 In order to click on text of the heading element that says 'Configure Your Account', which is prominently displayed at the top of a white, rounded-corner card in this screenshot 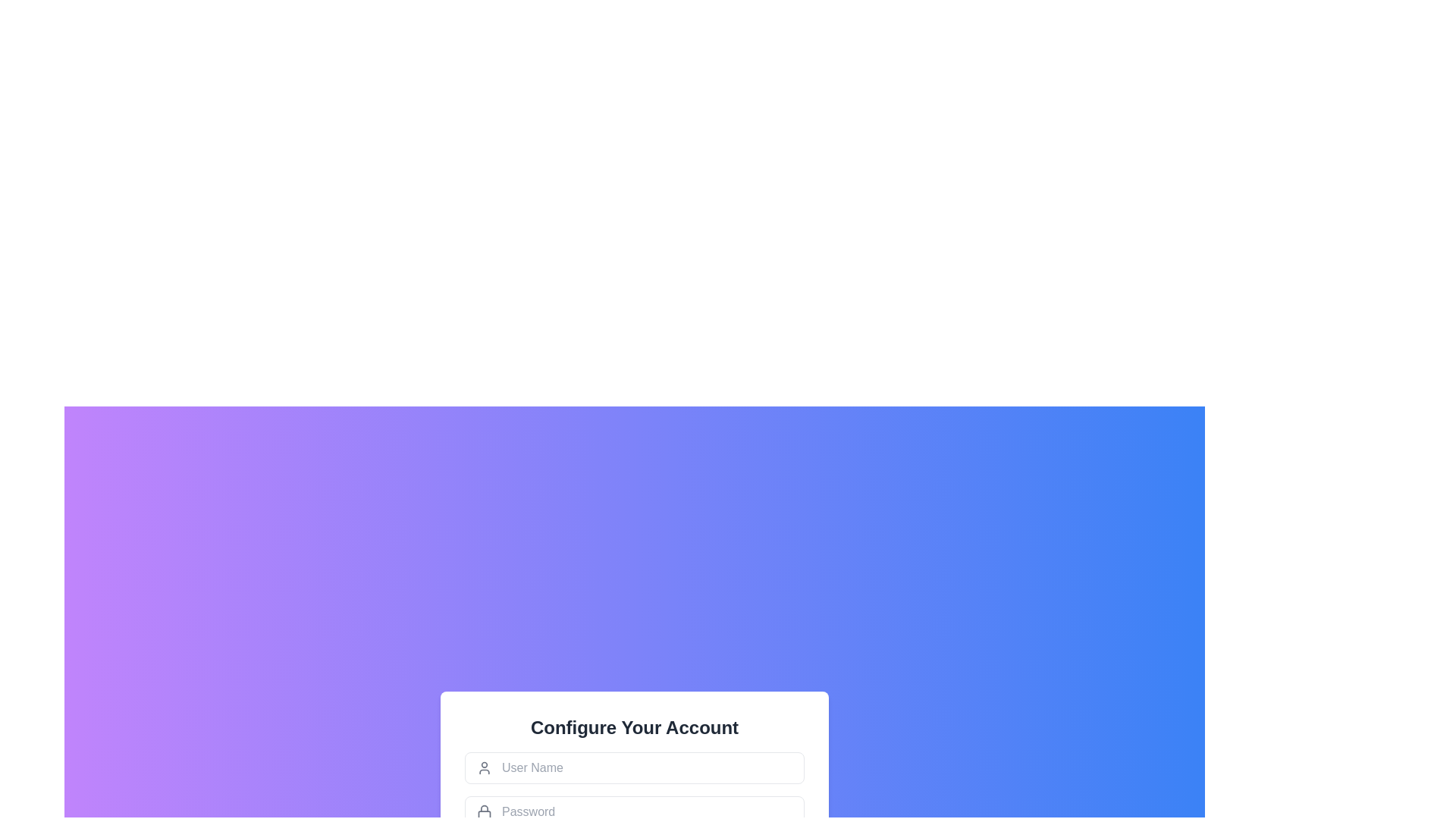, I will do `click(634, 726)`.